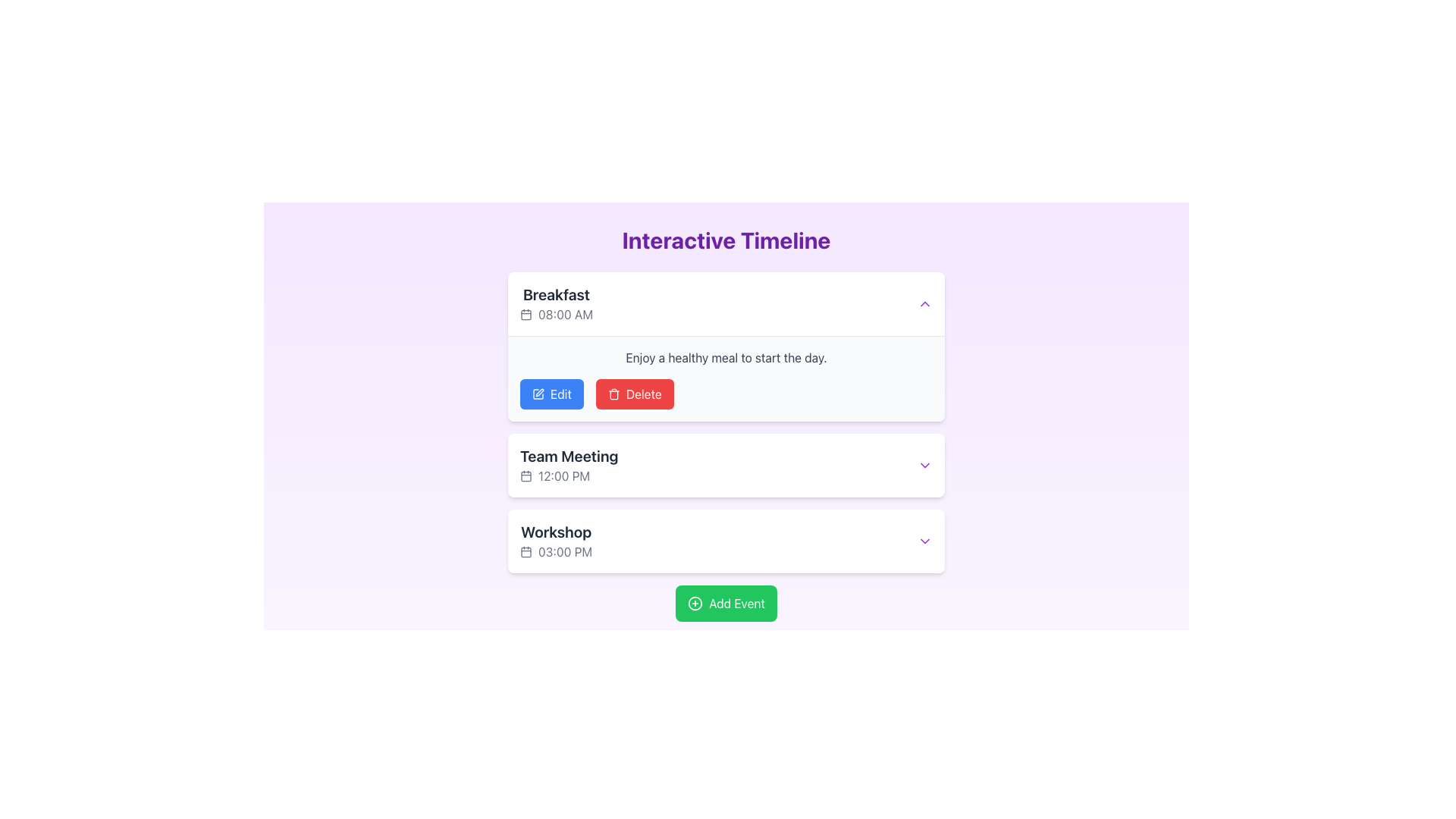 The image size is (1456, 819). What do you see at coordinates (555, 552) in the screenshot?
I see `the text element displaying '03:00 PM' with a calendar icon, located in the bottom section of the 'Workshop' event box in the interactive timeline` at bounding box center [555, 552].